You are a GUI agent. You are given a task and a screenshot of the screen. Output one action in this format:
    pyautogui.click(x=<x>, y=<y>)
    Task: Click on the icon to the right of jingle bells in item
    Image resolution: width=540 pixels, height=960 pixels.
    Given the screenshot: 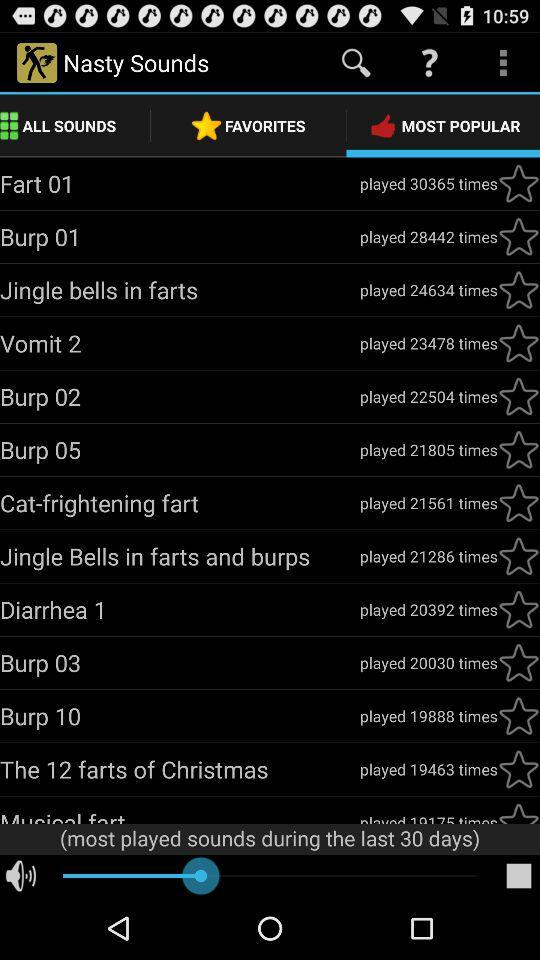 What is the action you would take?
    pyautogui.click(x=427, y=289)
    